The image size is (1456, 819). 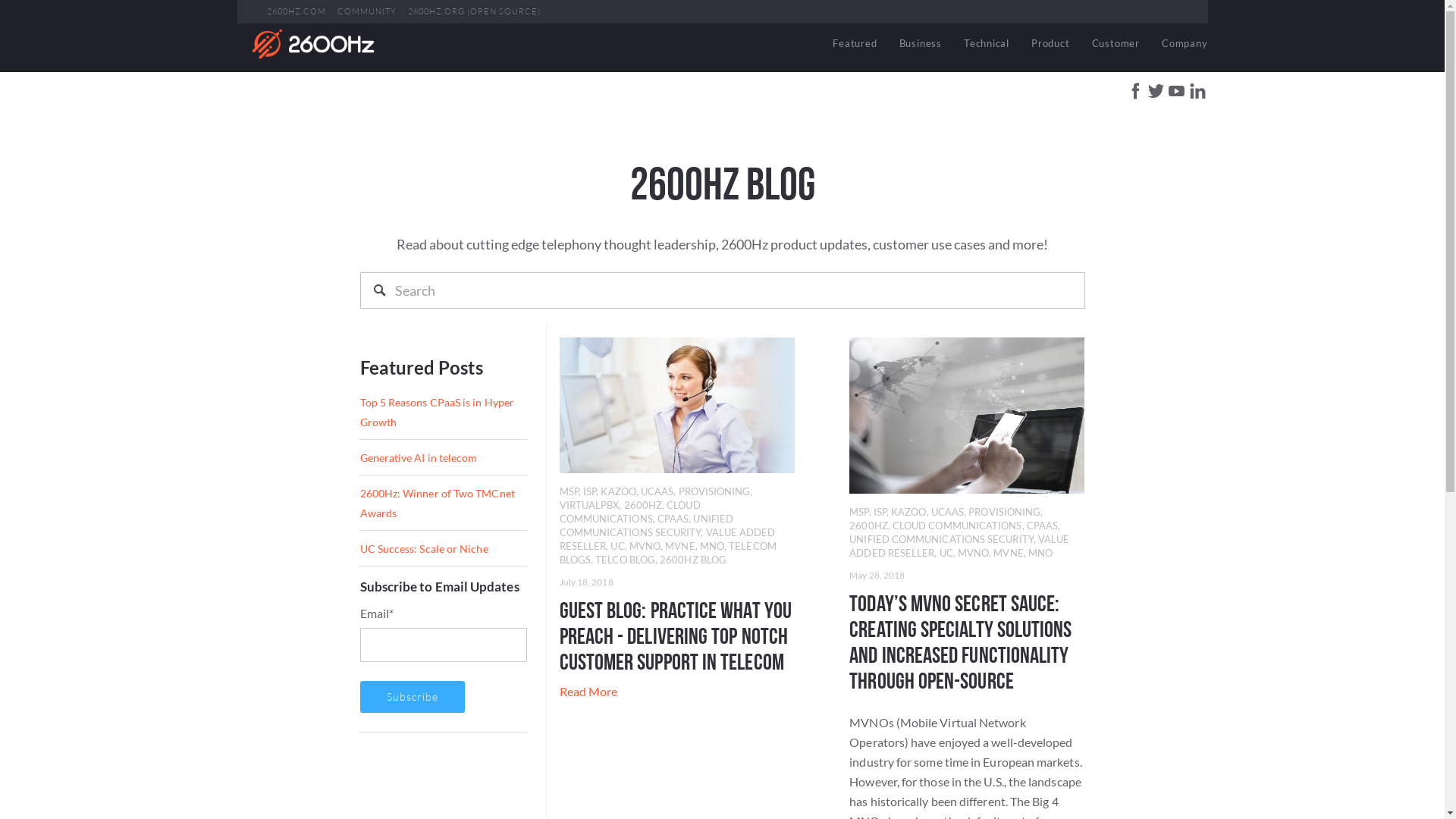 What do you see at coordinates (665, 546) in the screenshot?
I see `'MVNE'` at bounding box center [665, 546].